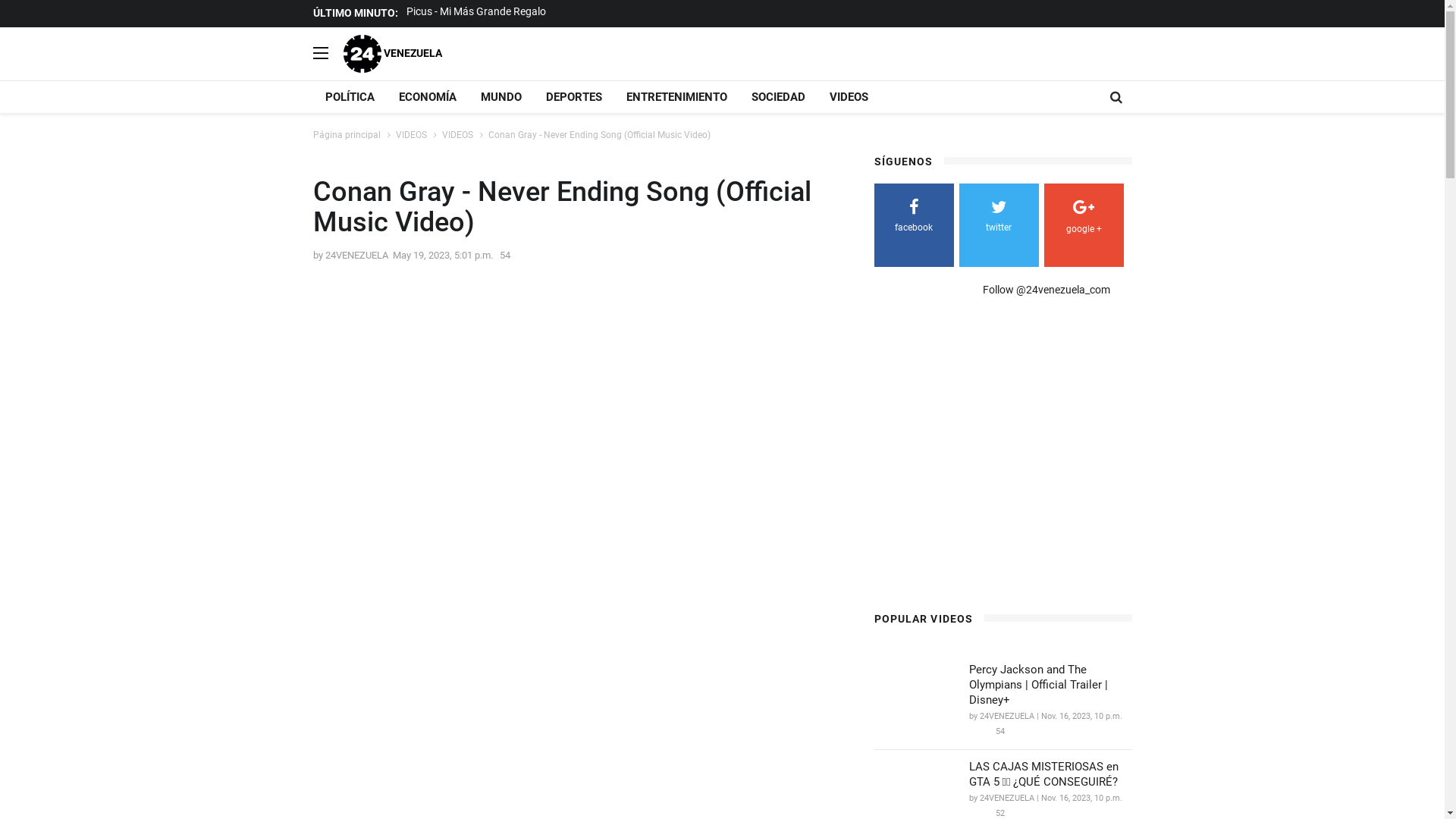 The image size is (1456, 819). What do you see at coordinates (676, 96) in the screenshot?
I see `'ENTRETENIMIENTO'` at bounding box center [676, 96].